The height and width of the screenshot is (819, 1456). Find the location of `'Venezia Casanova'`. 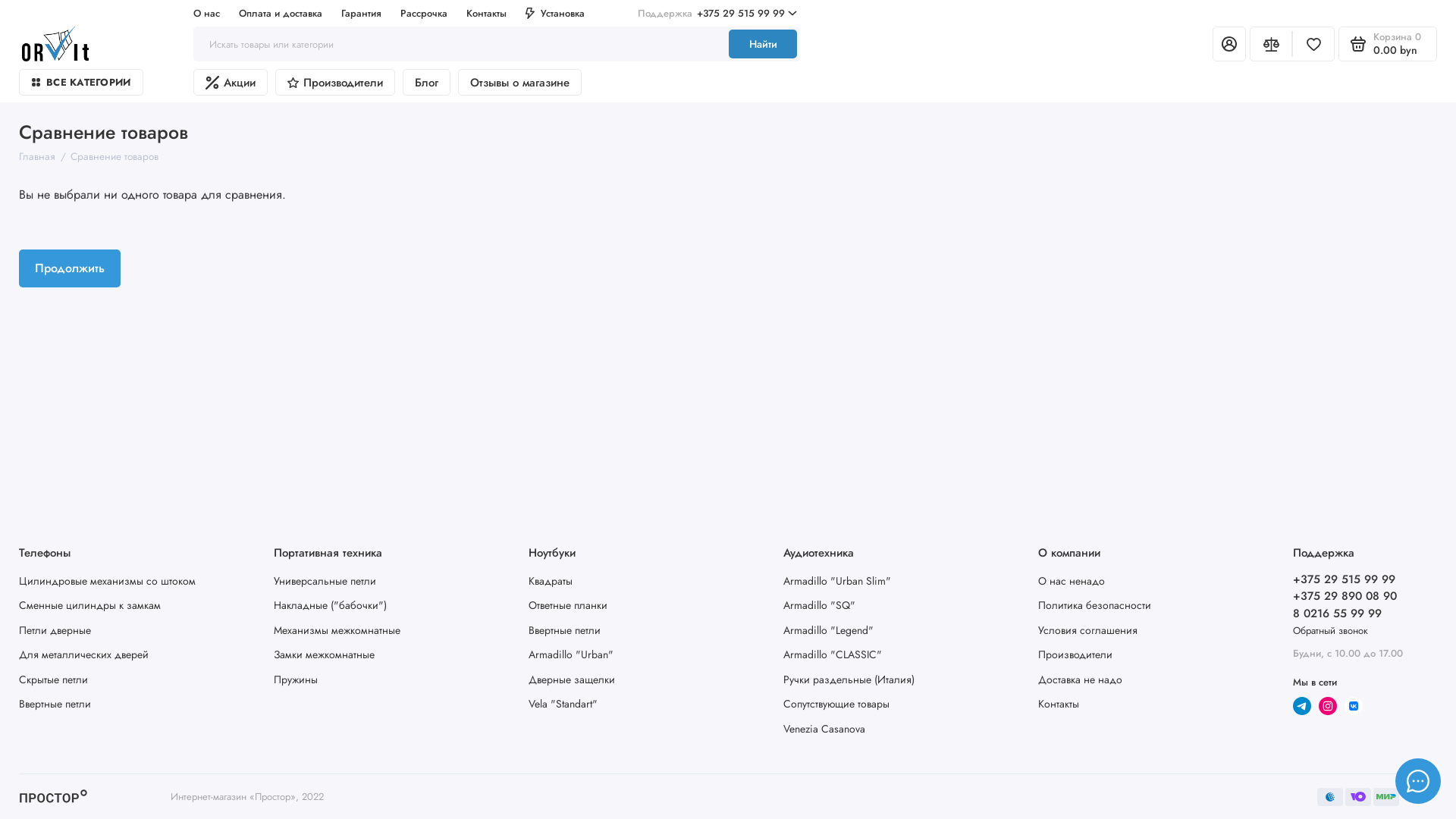

'Venezia Casanova' is located at coordinates (823, 727).